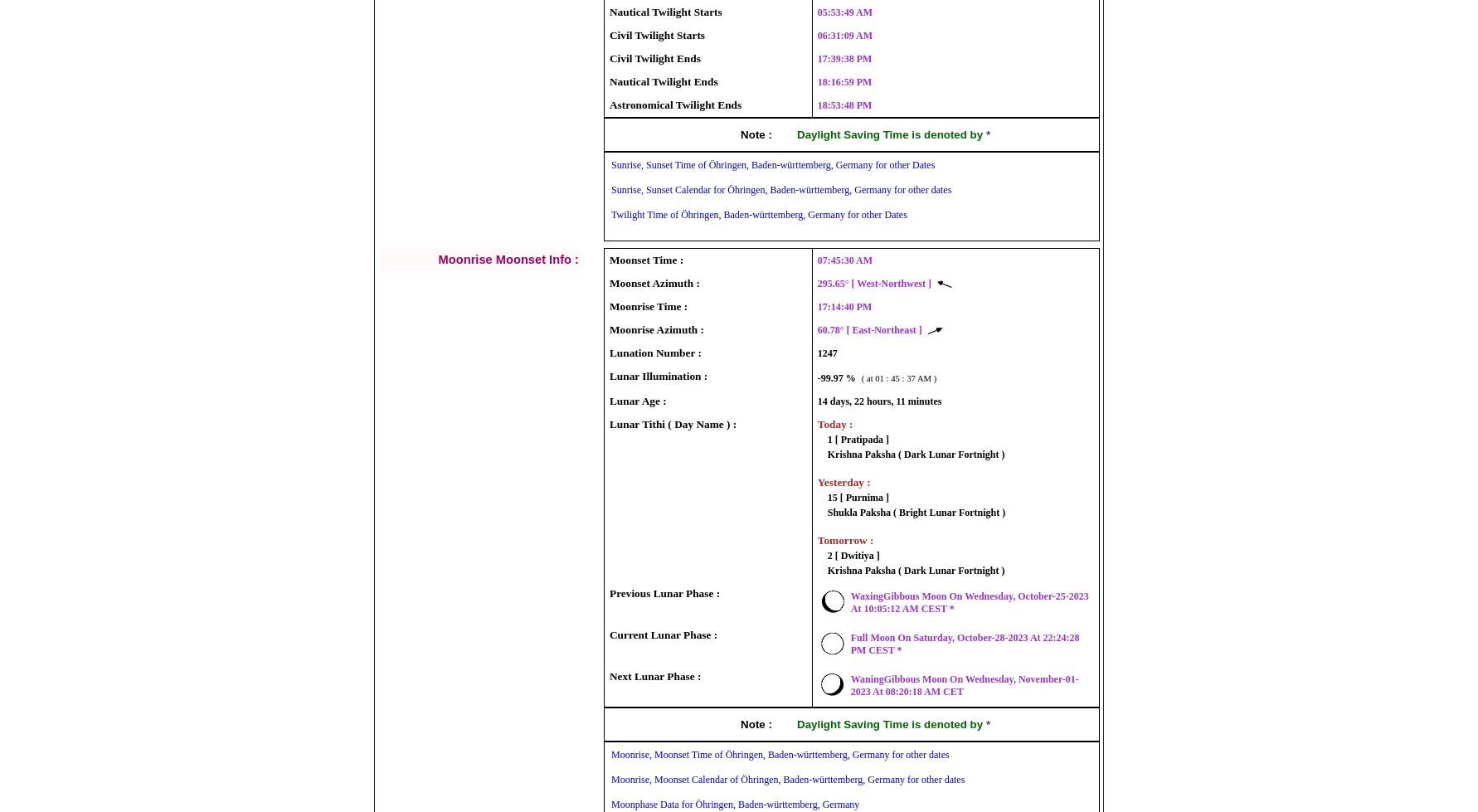  Describe the element at coordinates (815, 328) in the screenshot. I see `'60.78° [ East-Northeast ]'` at that location.